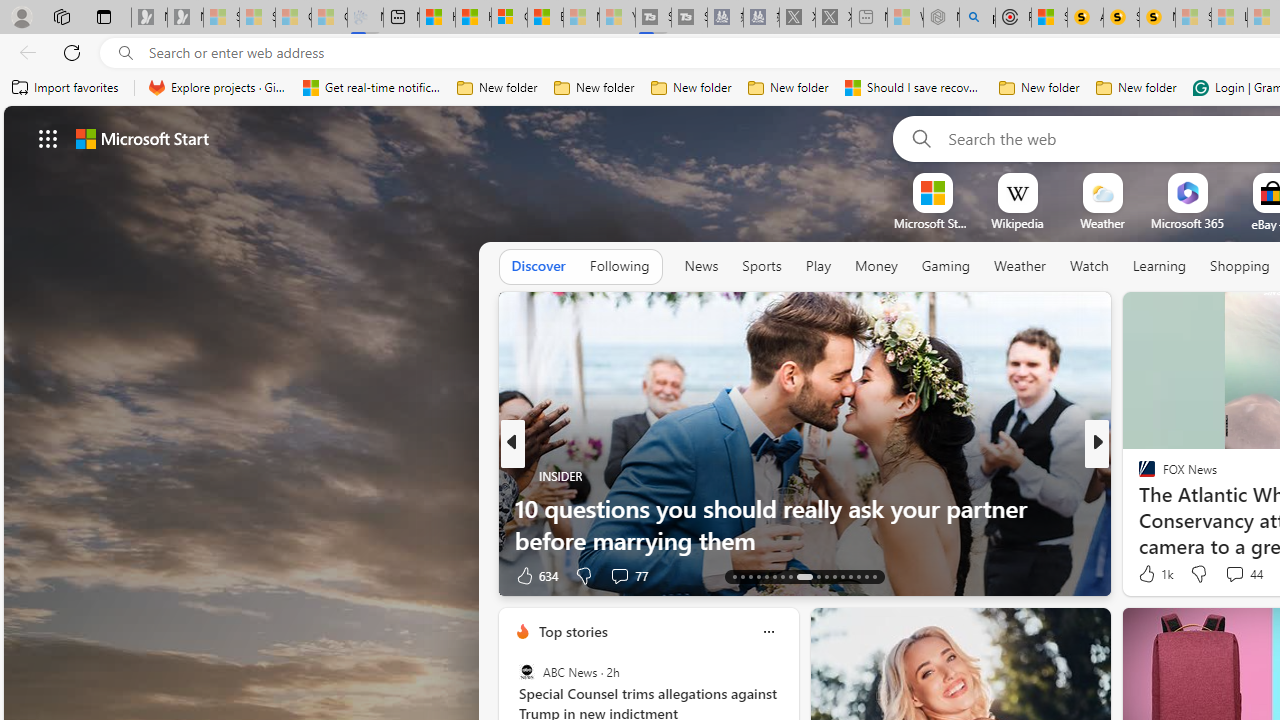  What do you see at coordinates (874, 577) in the screenshot?
I see `'AutomationID: tab-29'` at bounding box center [874, 577].